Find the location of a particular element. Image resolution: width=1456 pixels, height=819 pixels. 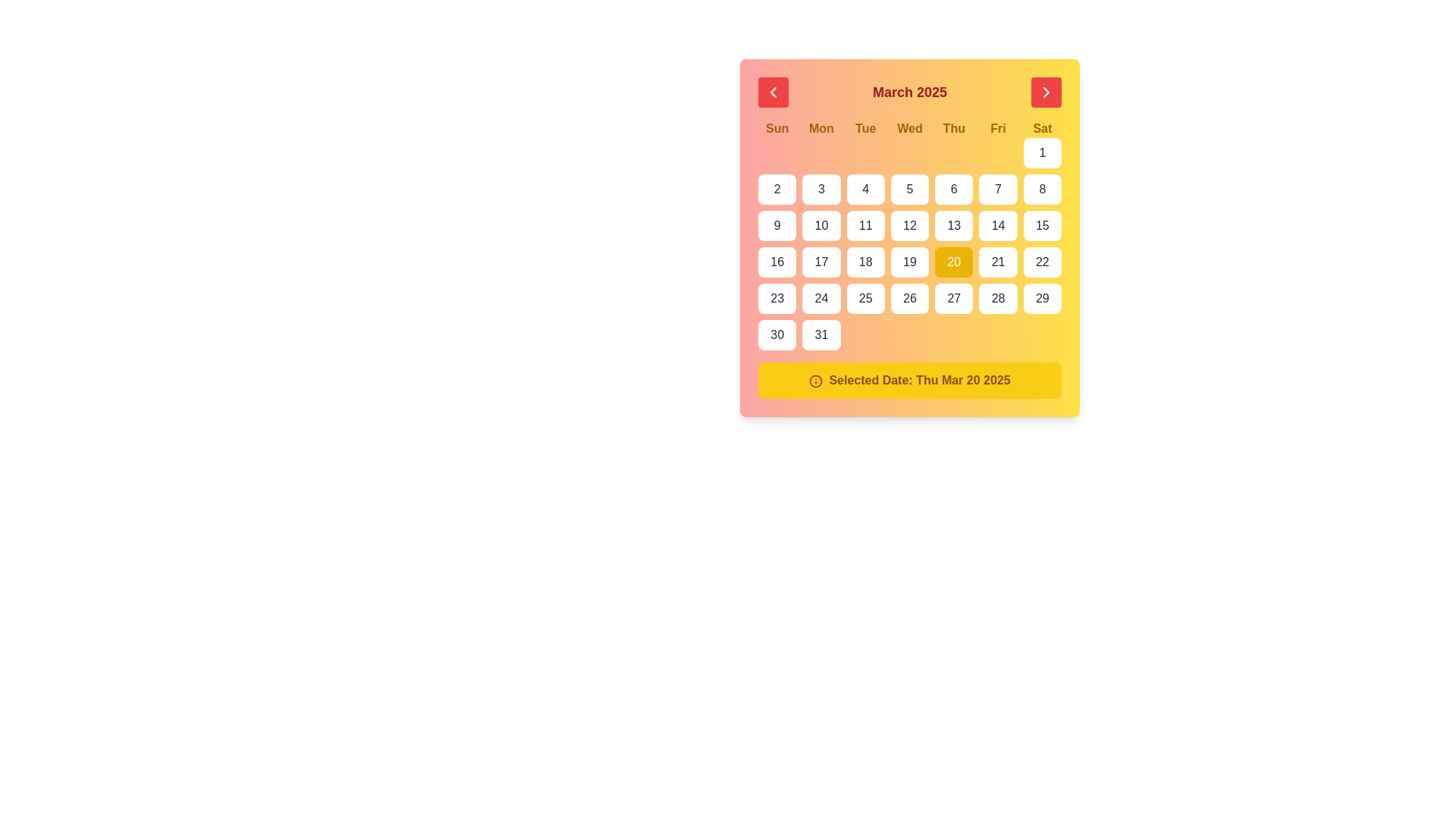

the button representing the numeric date '21' in the calendar interface is located at coordinates (998, 262).